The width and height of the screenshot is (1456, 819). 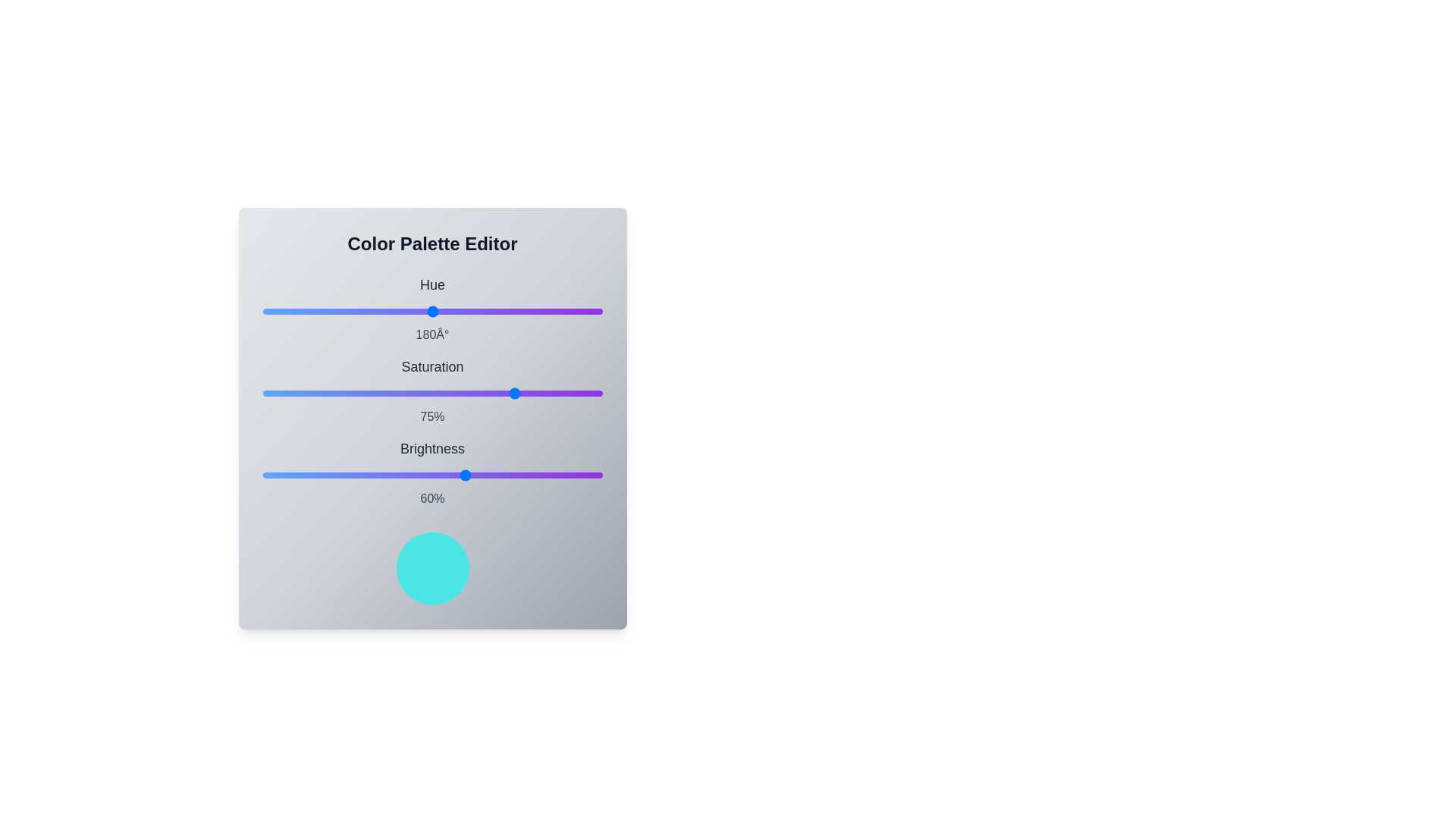 I want to click on the hue slider to set its value to 353, so click(x=595, y=311).